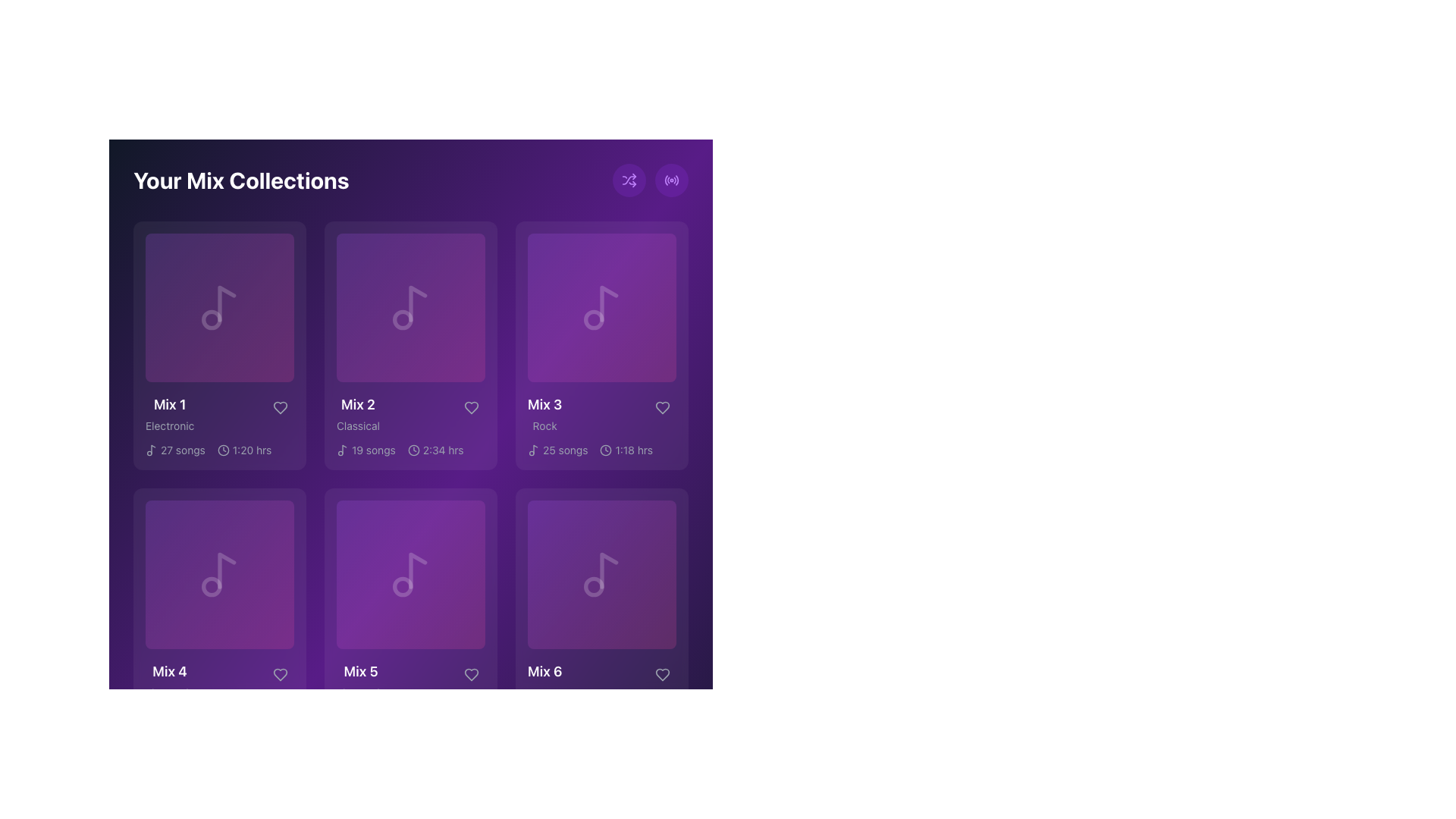 The height and width of the screenshot is (819, 1456). Describe the element at coordinates (601, 575) in the screenshot. I see `the music-related icon located in the bottom-right corner of the sixth mix card in the collection area` at that location.